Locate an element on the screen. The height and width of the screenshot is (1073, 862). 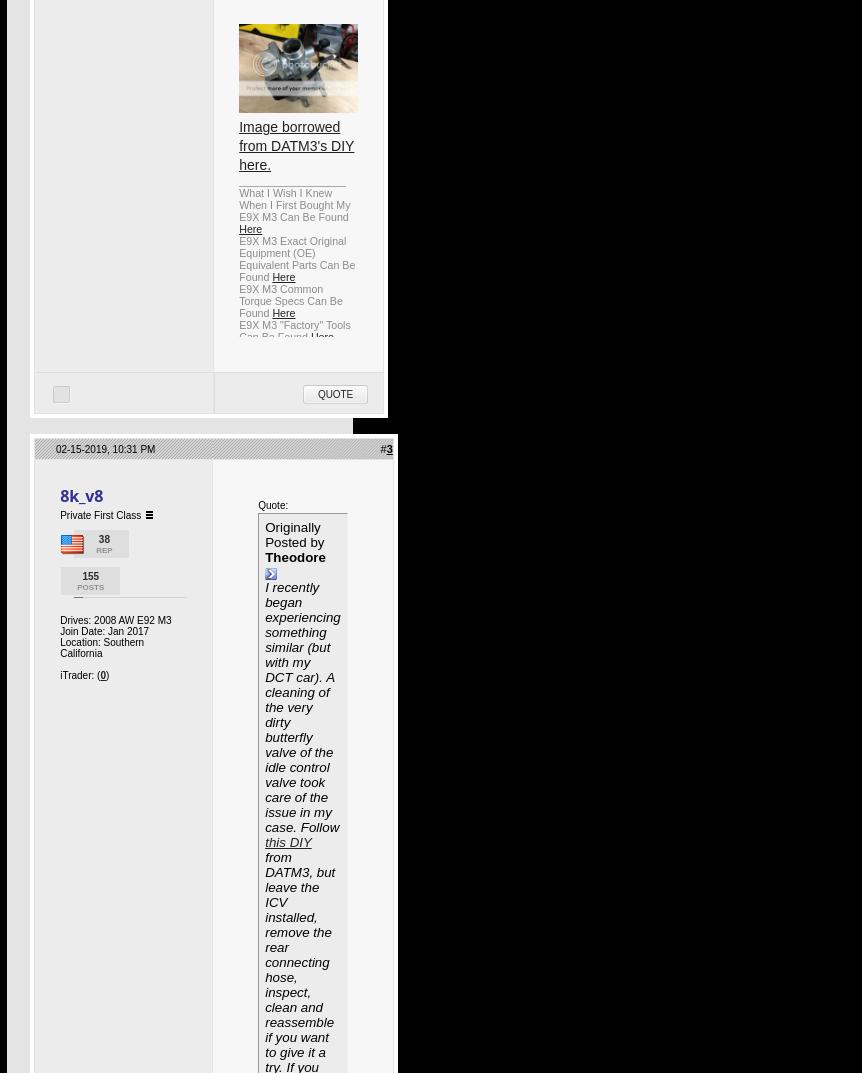
'E9X M3 Common Torque Specs Can Be Found' is located at coordinates (290, 300).